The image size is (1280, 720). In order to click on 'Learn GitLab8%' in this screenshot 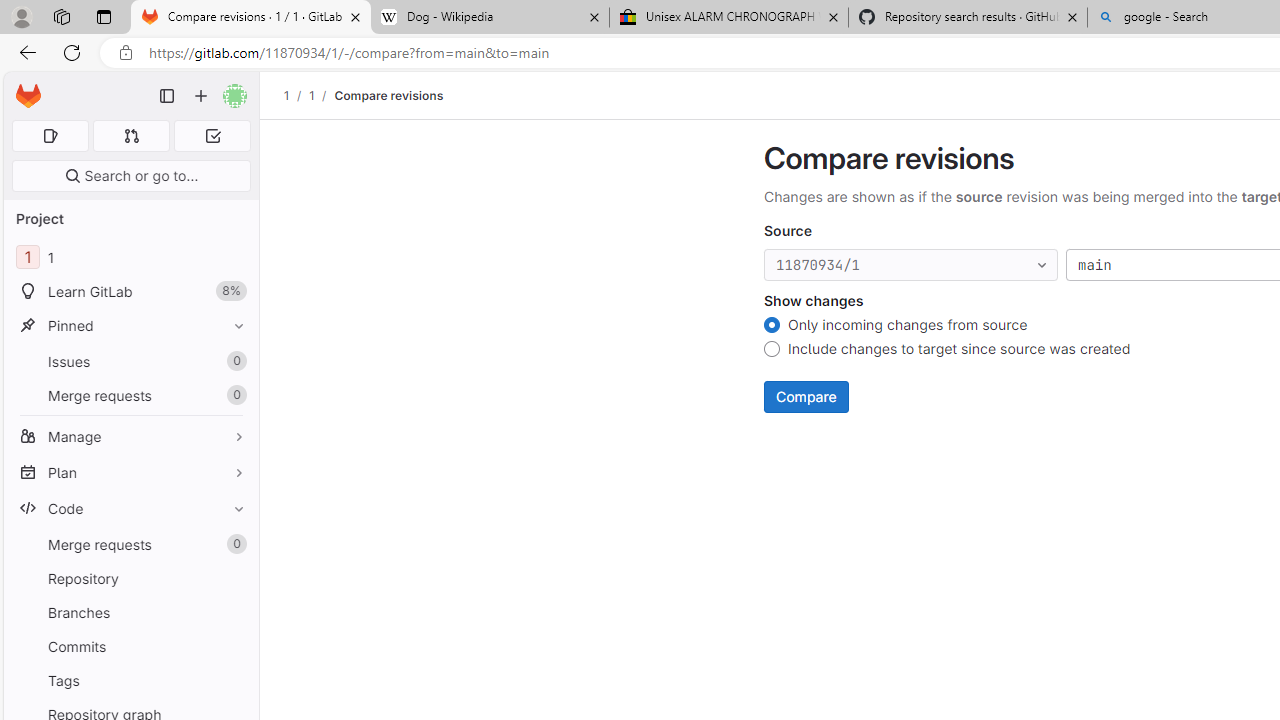, I will do `click(130, 291)`.